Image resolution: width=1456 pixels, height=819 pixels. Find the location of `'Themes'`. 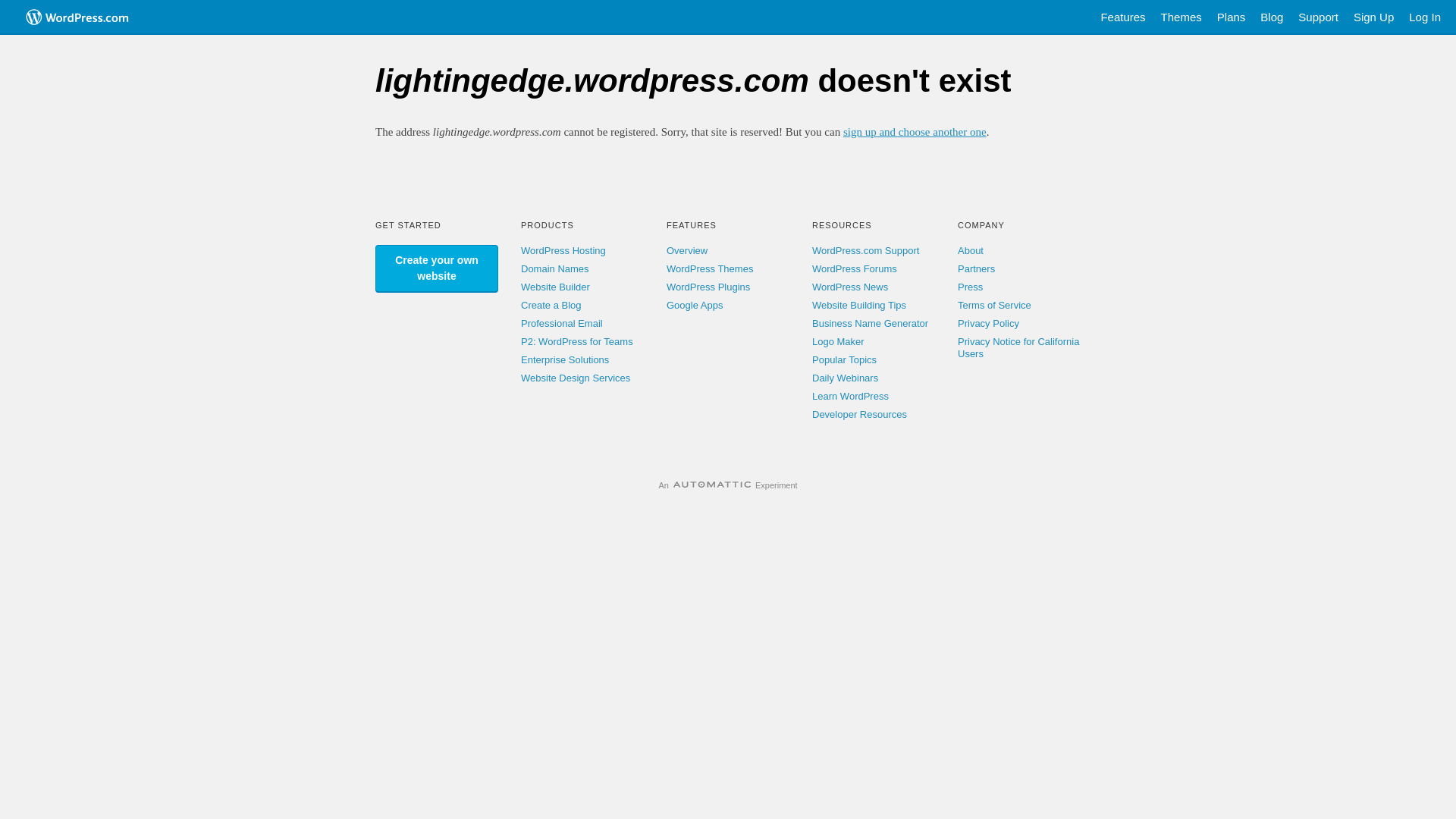

'Themes' is located at coordinates (1181, 17).